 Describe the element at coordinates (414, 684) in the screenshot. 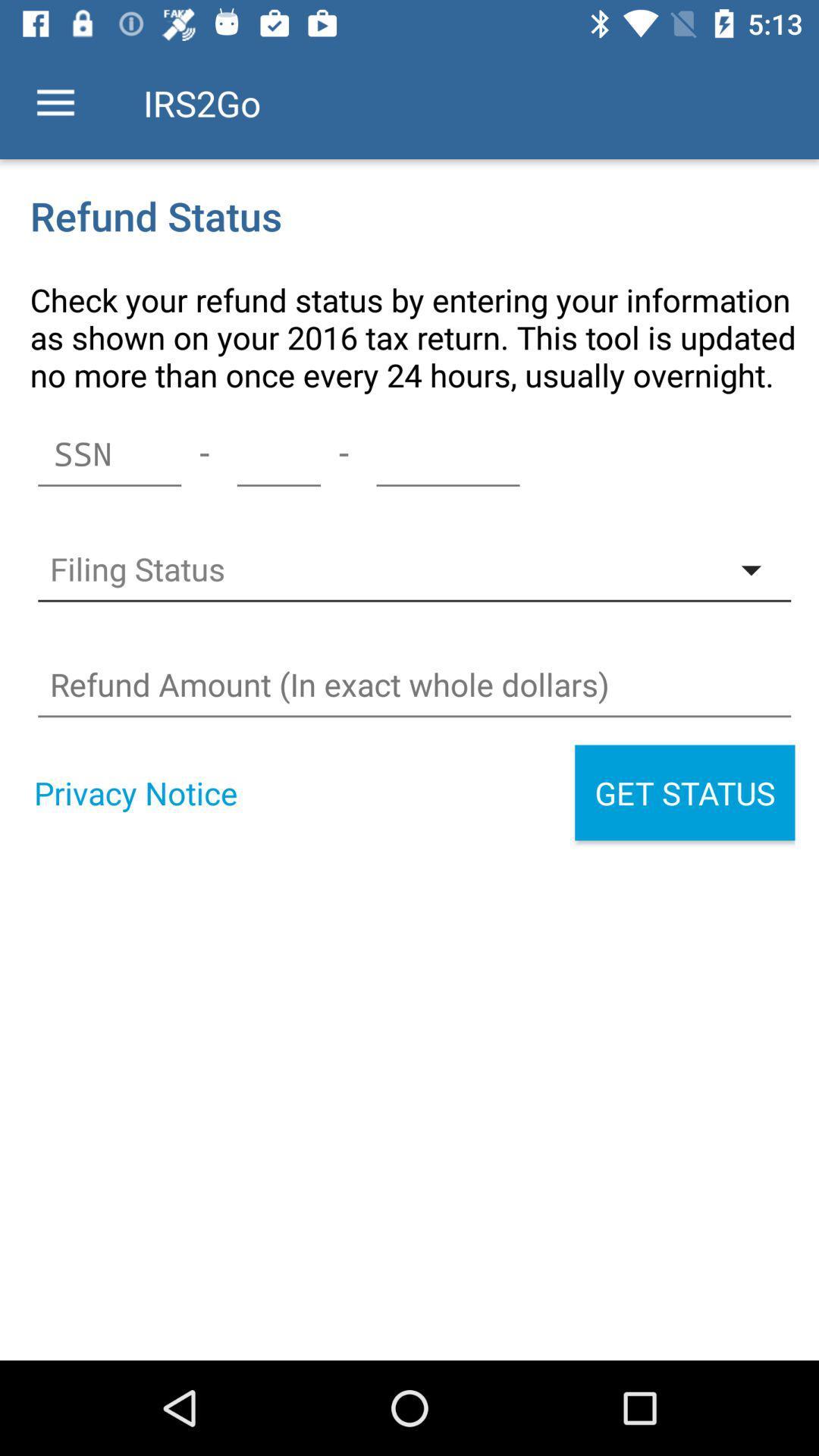

I see `type refund amount` at that location.